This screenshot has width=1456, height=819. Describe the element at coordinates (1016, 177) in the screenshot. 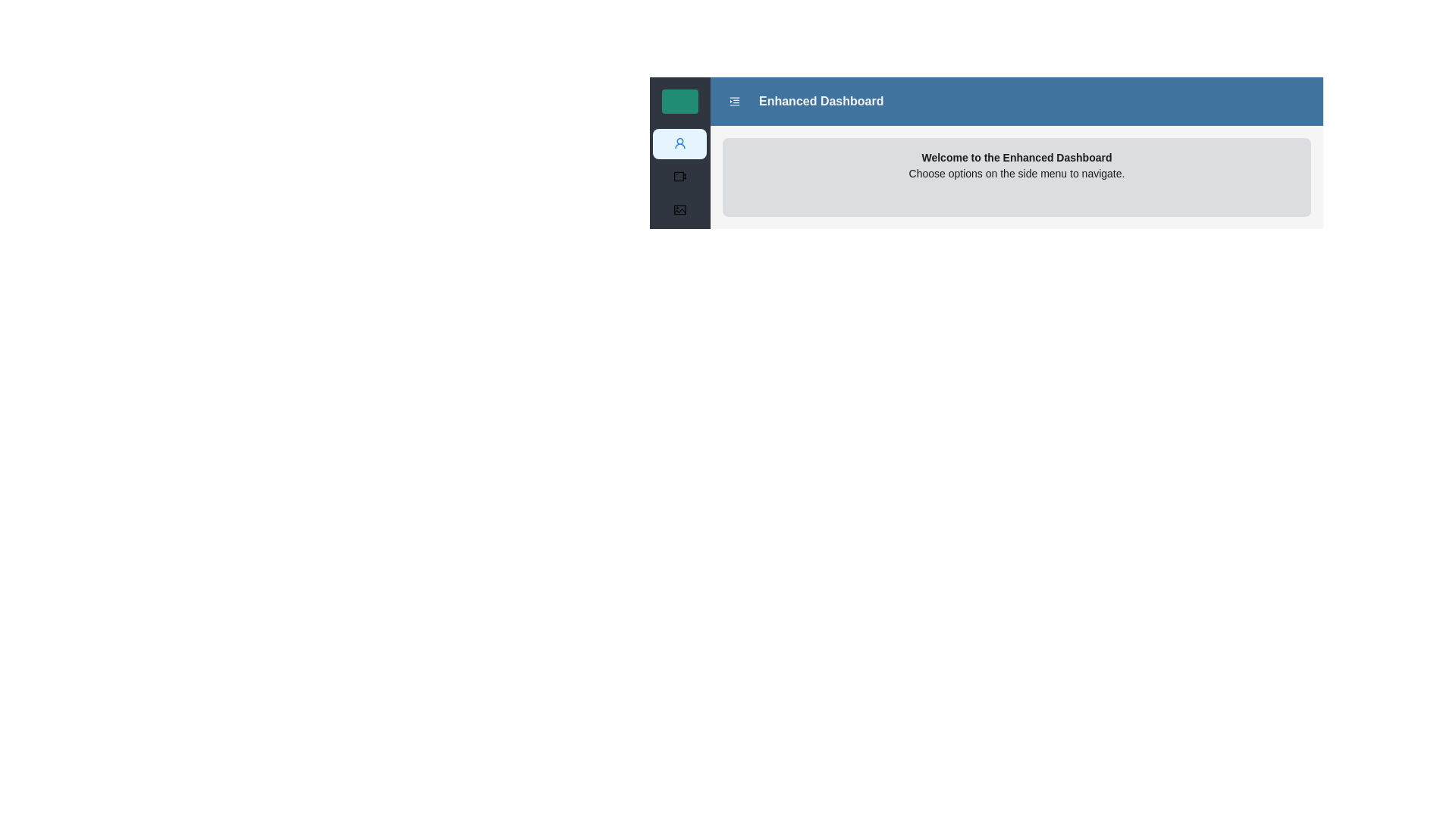

I see `text from the Informational panel located below the blue header bar labeled 'Enhanced Dashboard', positioned centrally in the viewport` at that location.